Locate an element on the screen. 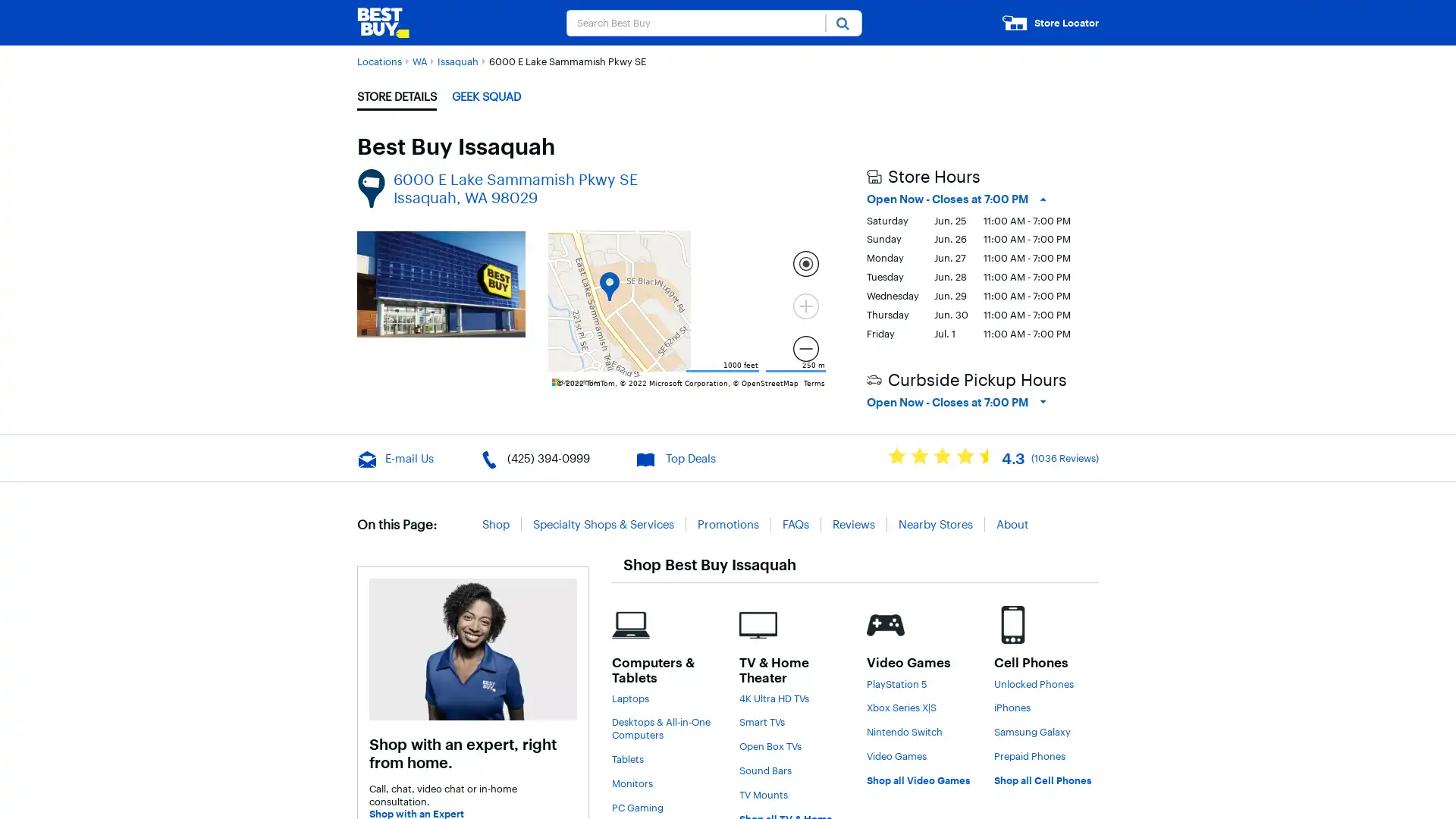 Image resolution: width=1456 pixels, height=819 pixels. Open Now - Closes at 7:00 PM is located at coordinates (955, 198).